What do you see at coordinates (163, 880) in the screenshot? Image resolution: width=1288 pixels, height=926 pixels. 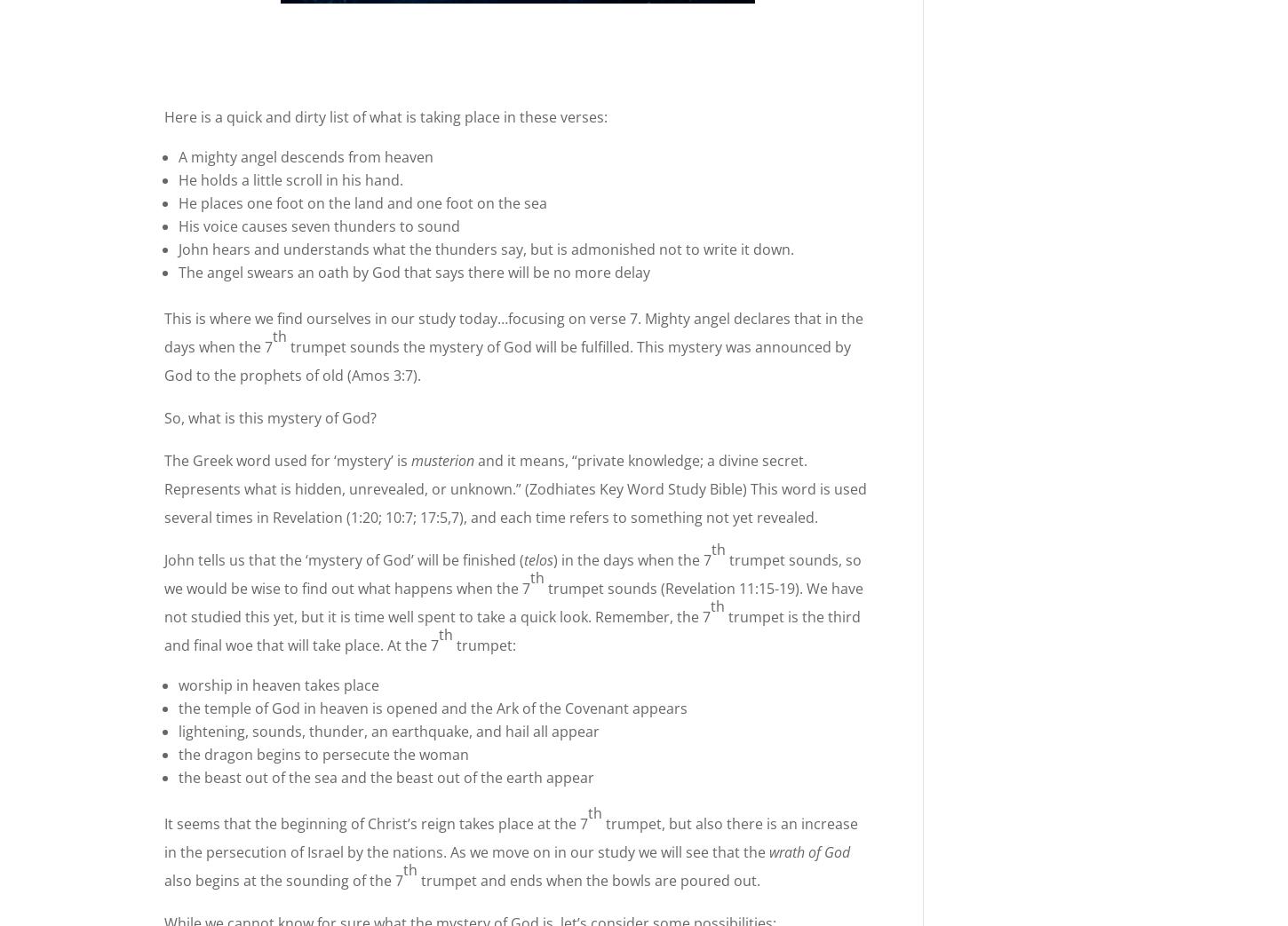 I see `'also begins at the sounding of the 7'` at bounding box center [163, 880].